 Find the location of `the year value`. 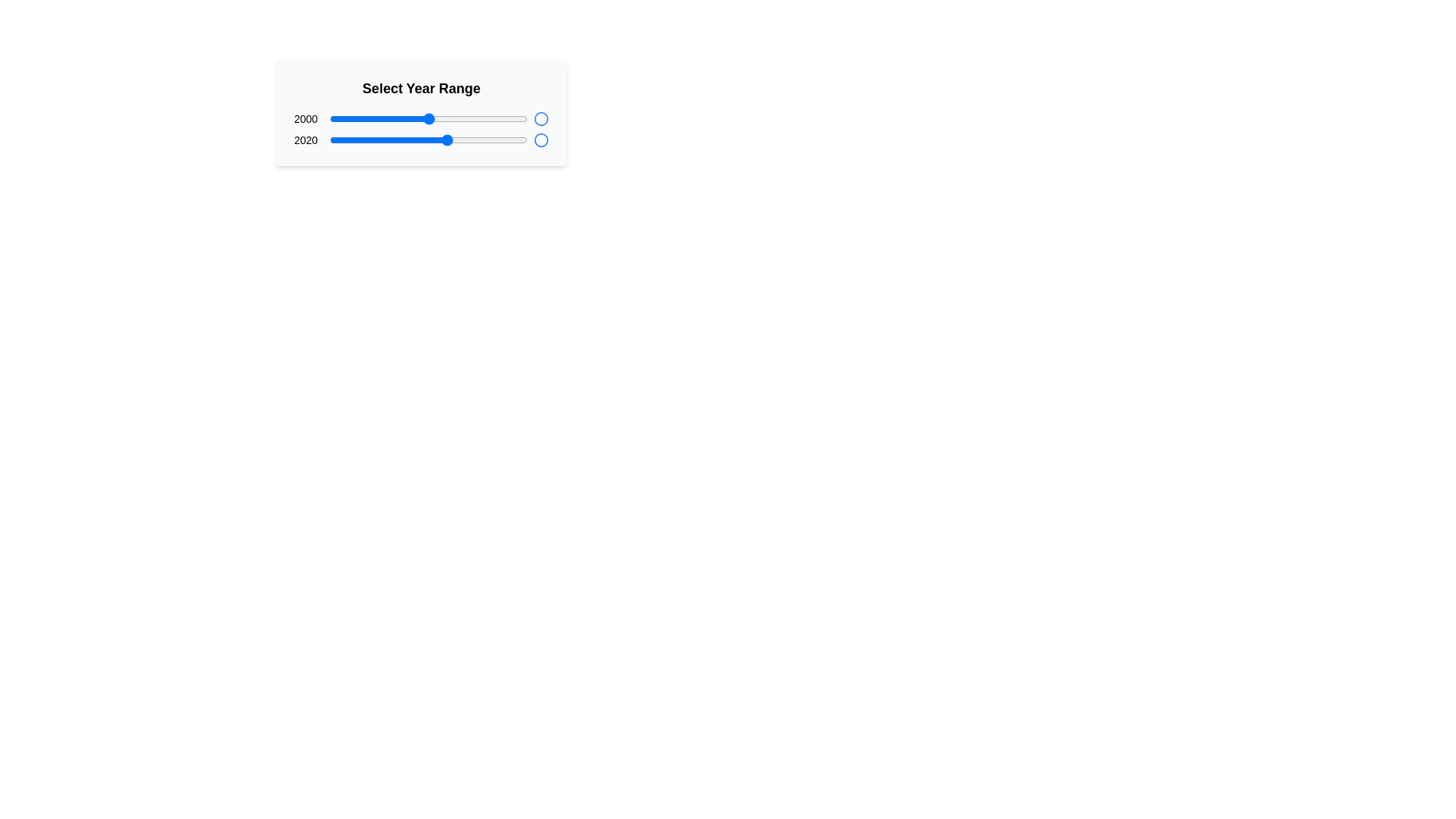

the year value is located at coordinates (497, 140).